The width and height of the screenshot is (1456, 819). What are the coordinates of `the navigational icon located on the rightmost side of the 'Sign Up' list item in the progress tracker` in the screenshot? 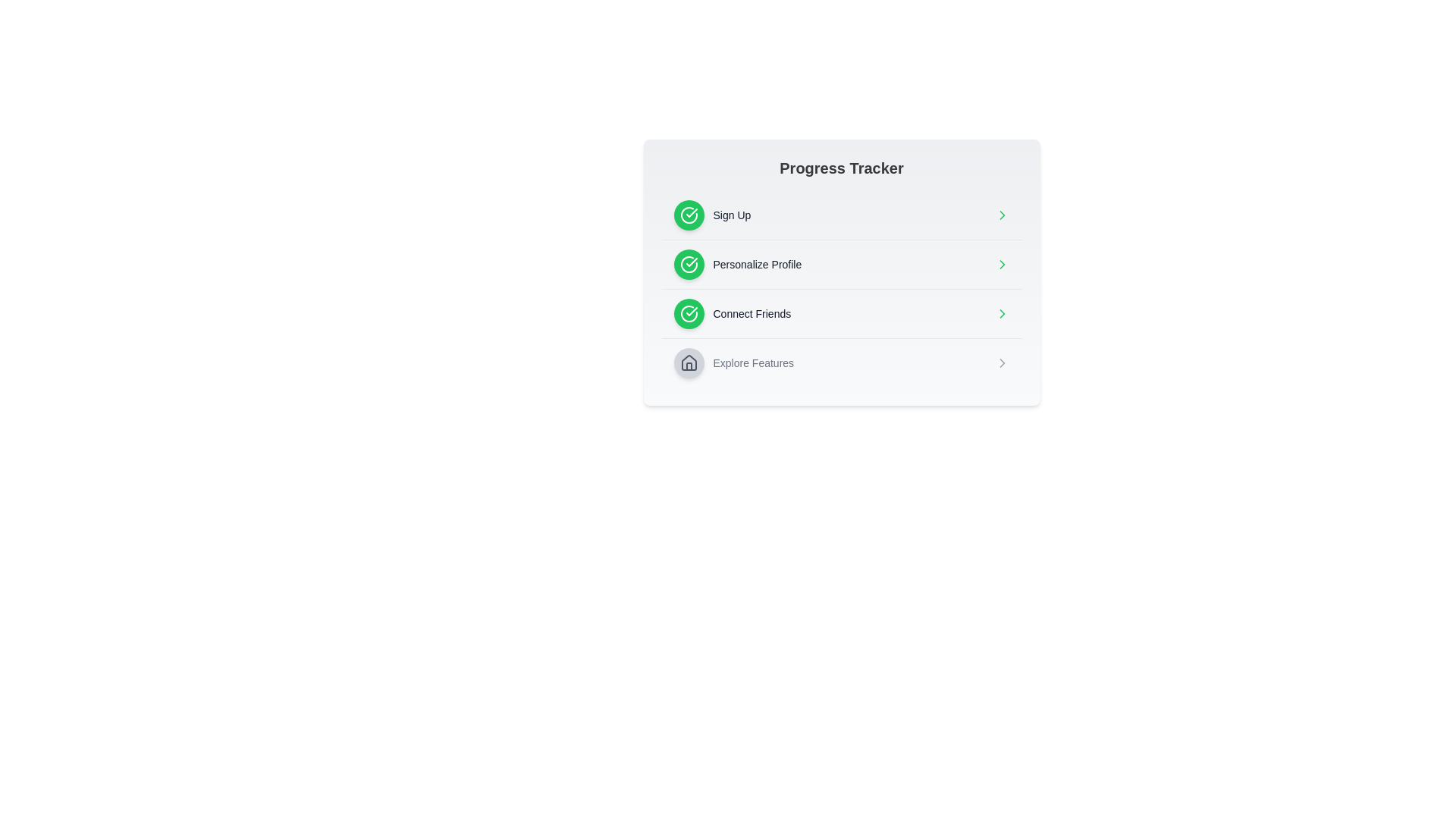 It's located at (1002, 215).